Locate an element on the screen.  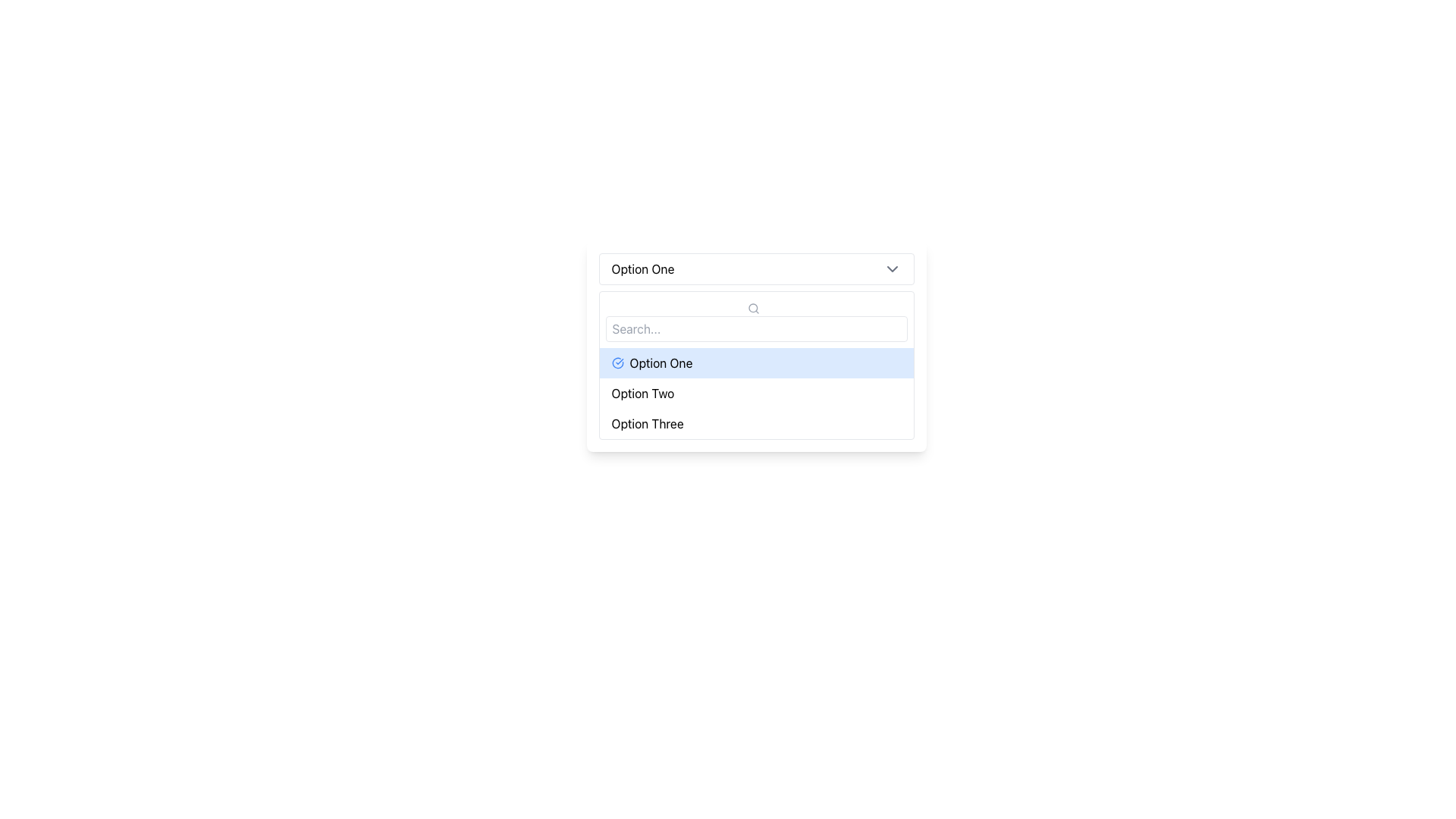
the list item displaying 'Option Two' in the dropdown menu is located at coordinates (756, 393).